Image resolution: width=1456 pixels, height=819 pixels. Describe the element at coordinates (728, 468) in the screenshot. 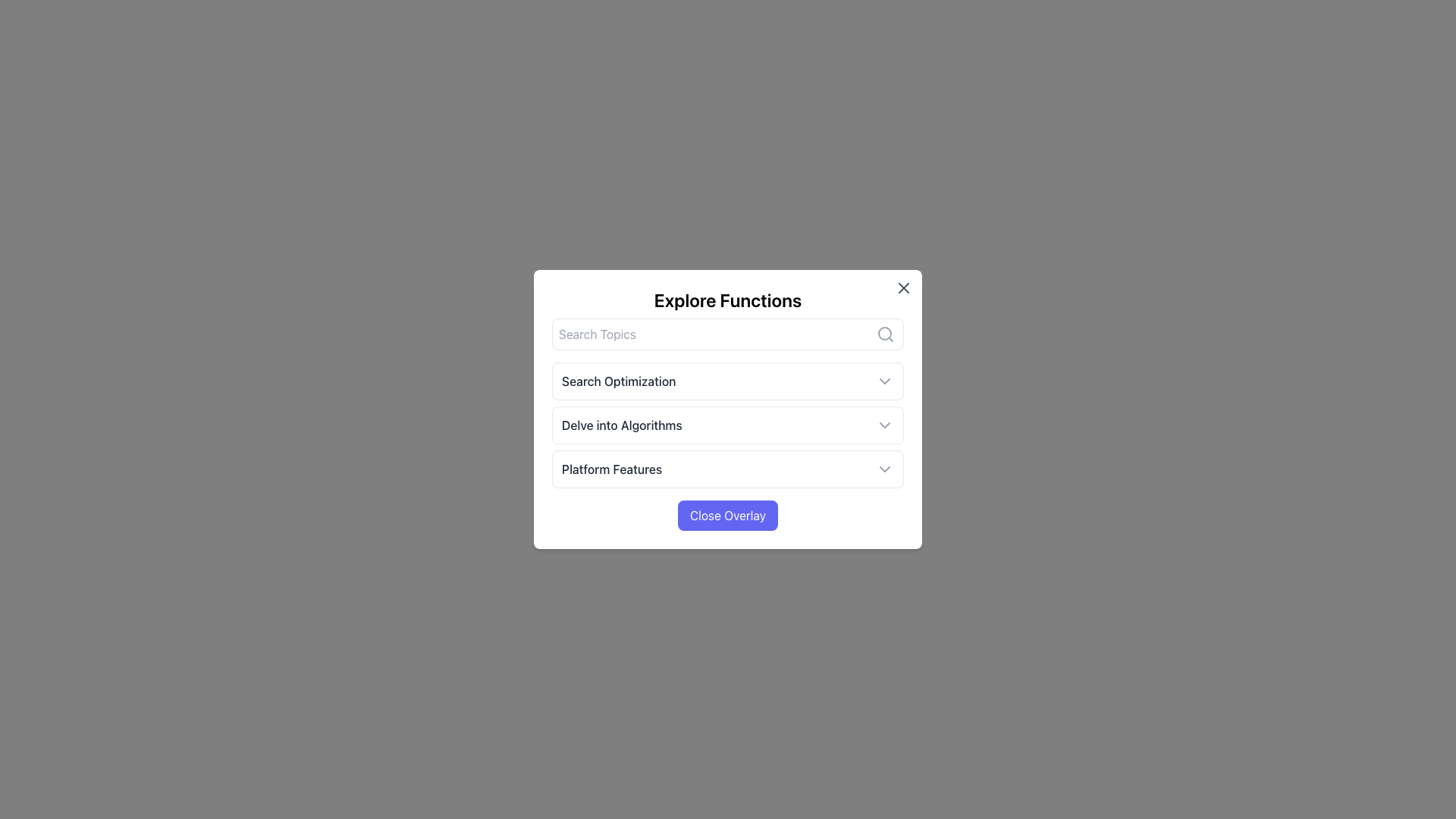

I see `the dropdown toggle button for 'Platform Features' located in the modal titled 'Explore Functions'` at that location.